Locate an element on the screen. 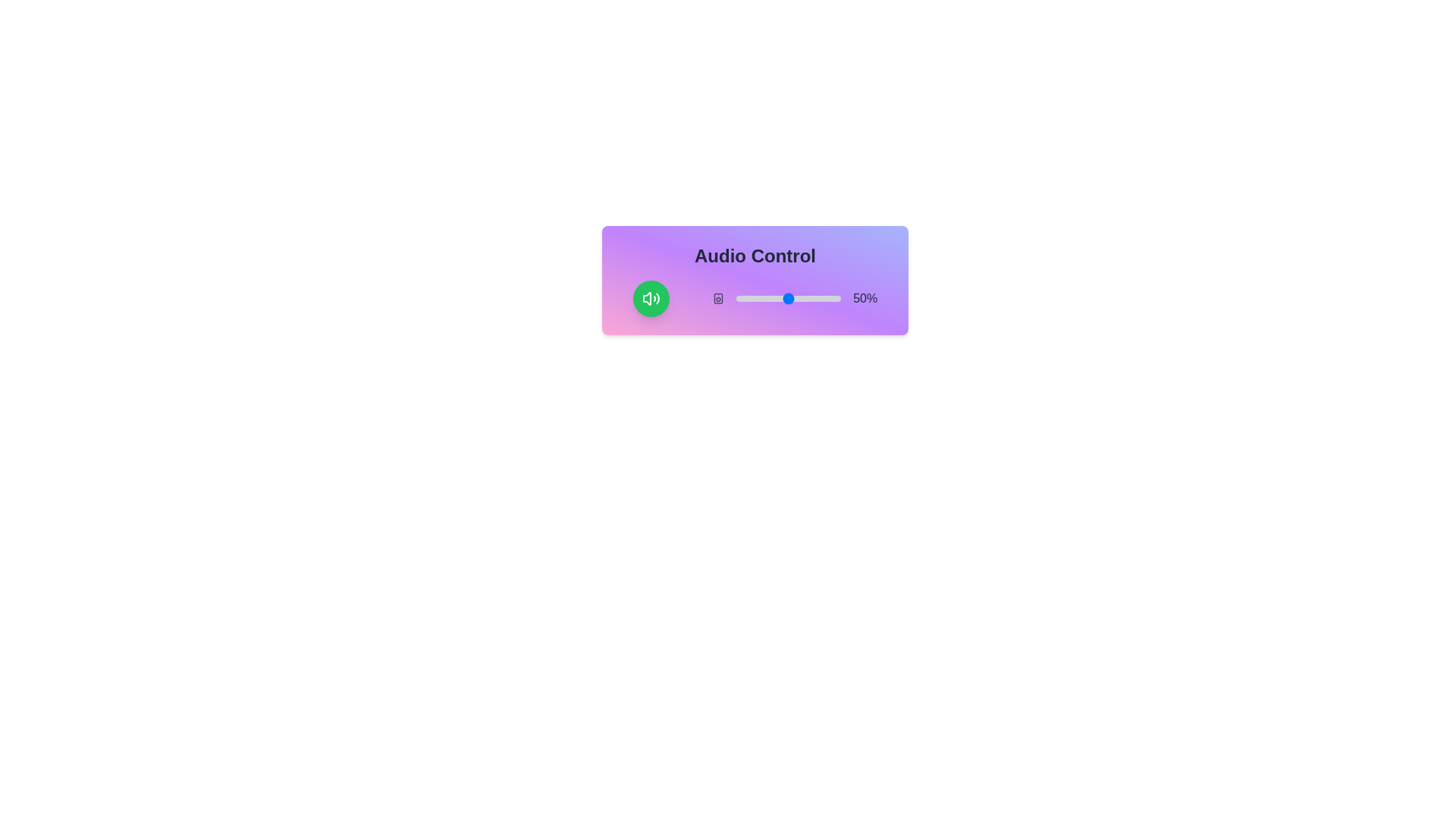 Image resolution: width=1456 pixels, height=819 pixels. the volume slider to 48% is located at coordinates (786, 298).